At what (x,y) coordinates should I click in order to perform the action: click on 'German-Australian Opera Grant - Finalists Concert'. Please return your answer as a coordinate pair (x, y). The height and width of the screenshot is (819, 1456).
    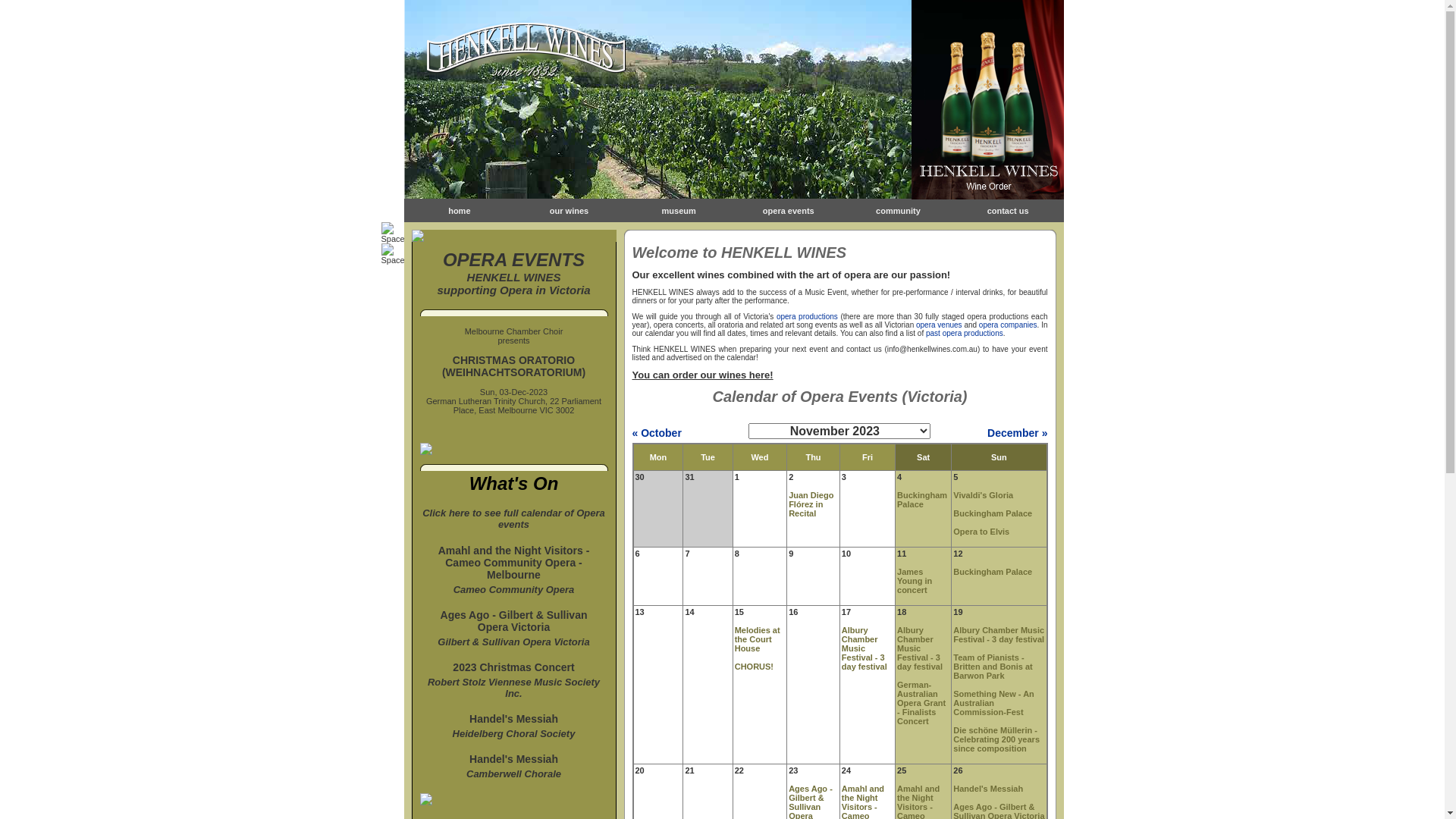
    Looking at the image, I should click on (920, 702).